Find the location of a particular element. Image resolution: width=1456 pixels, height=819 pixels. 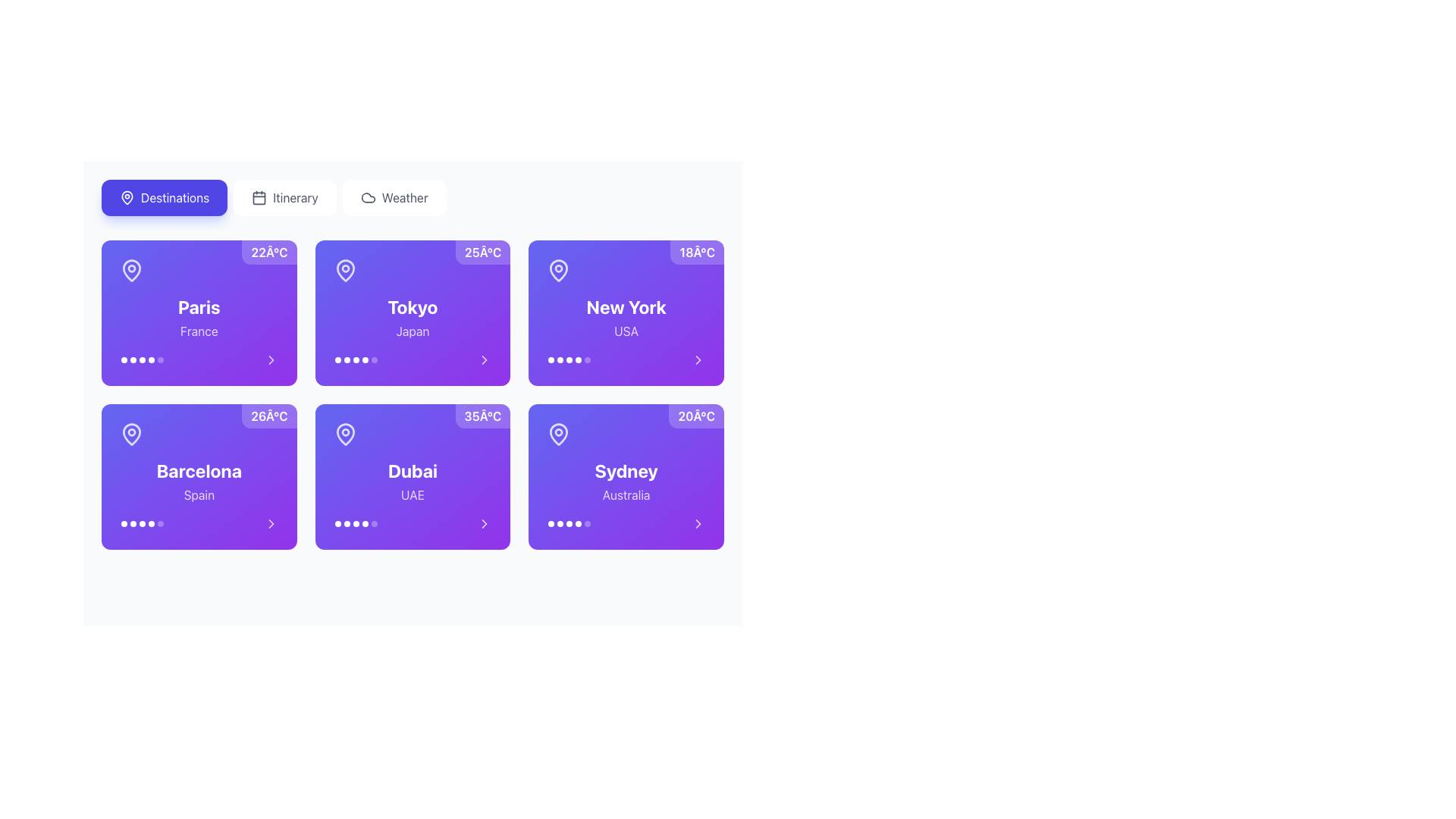

the geographical location icon located in the card titled 'Sydney' with the subtitle 'Australia', positioned above the 'Sydney' text and below the temperature display is located at coordinates (558, 435).